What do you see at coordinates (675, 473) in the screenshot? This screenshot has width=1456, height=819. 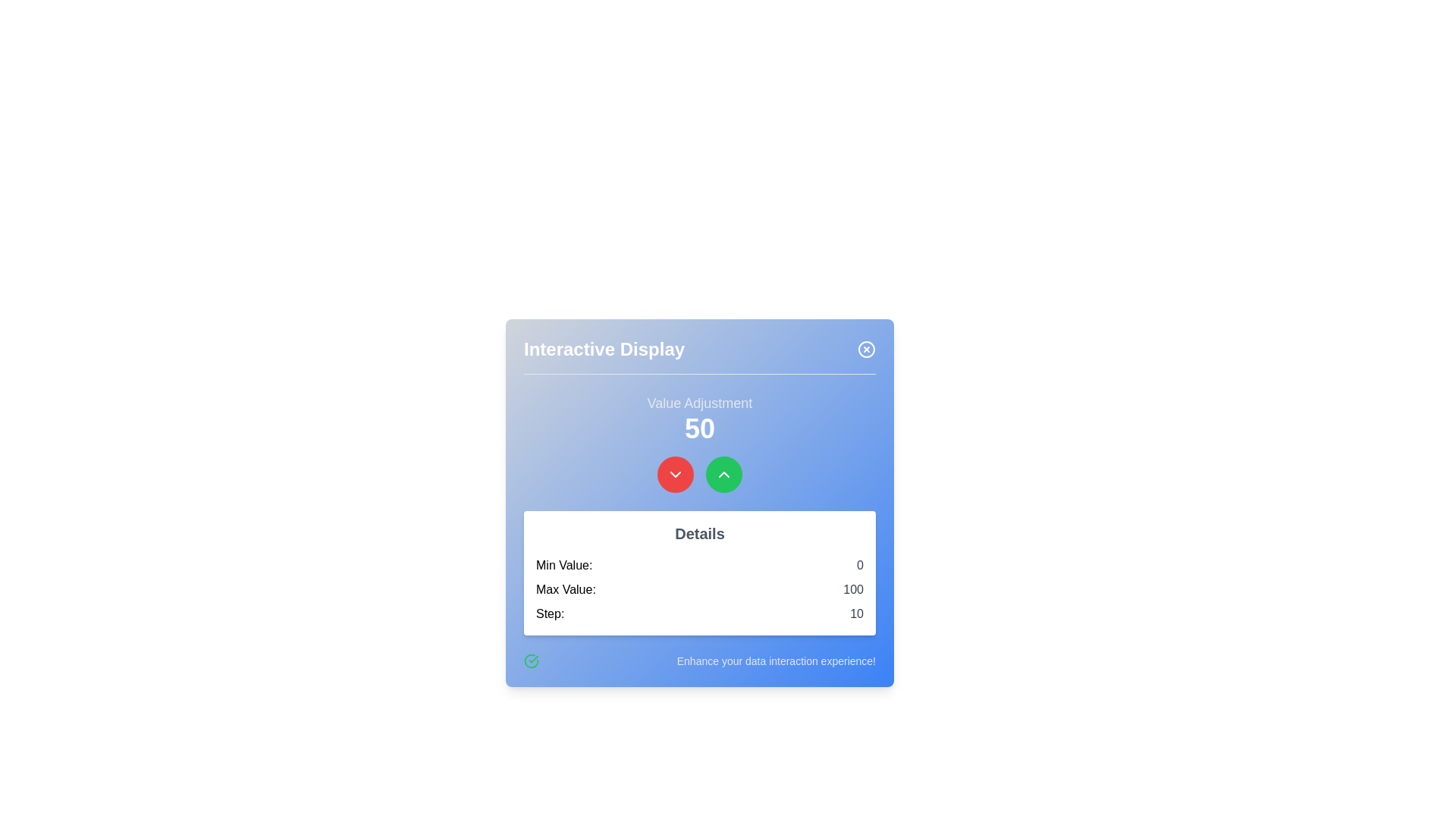 I see `the button for decreasing the displayed value, which is positioned below the value '50' and to the left of the corresponding increase button` at bounding box center [675, 473].